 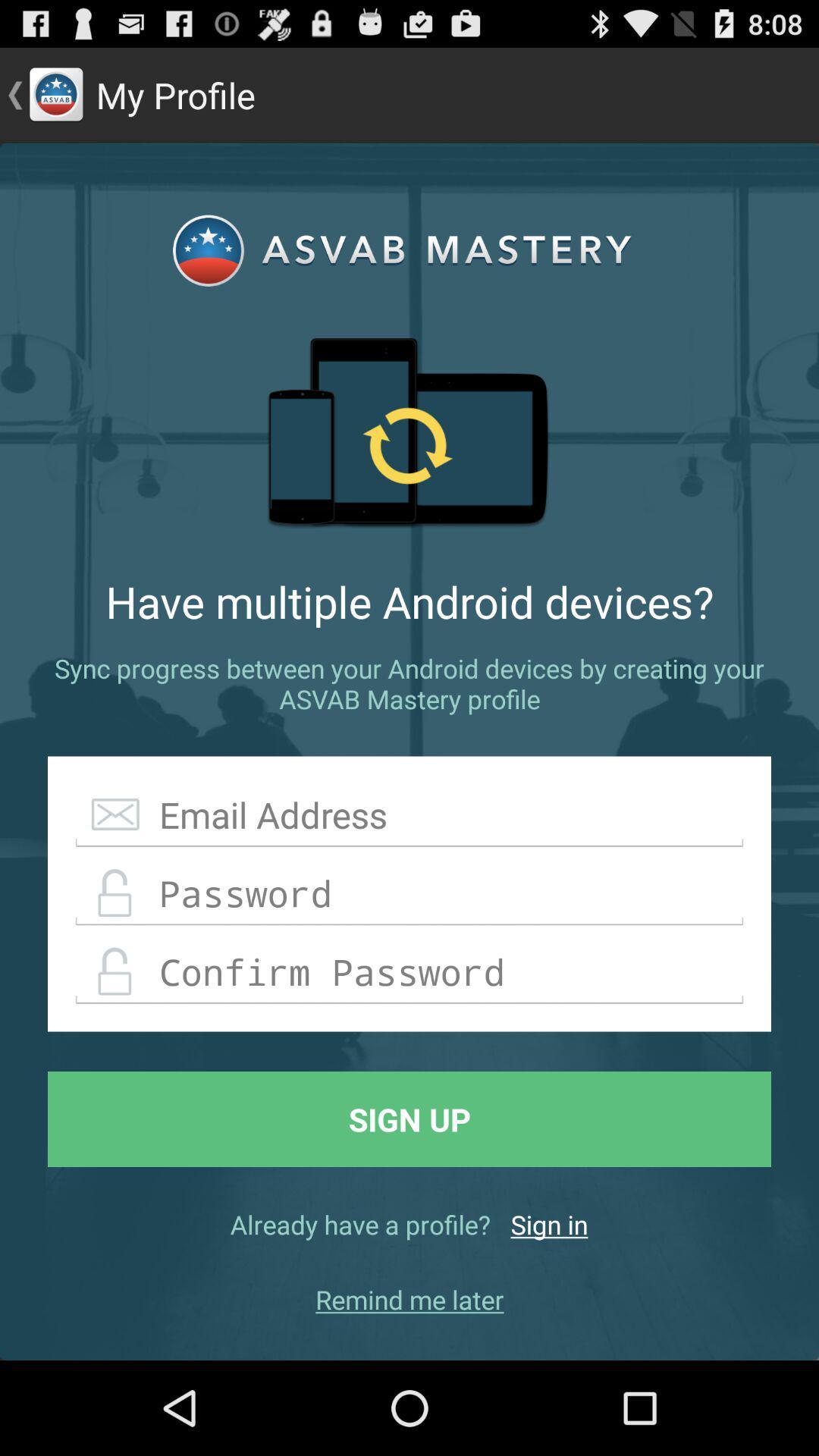 What do you see at coordinates (549, 1224) in the screenshot?
I see `item above remind me later app` at bounding box center [549, 1224].